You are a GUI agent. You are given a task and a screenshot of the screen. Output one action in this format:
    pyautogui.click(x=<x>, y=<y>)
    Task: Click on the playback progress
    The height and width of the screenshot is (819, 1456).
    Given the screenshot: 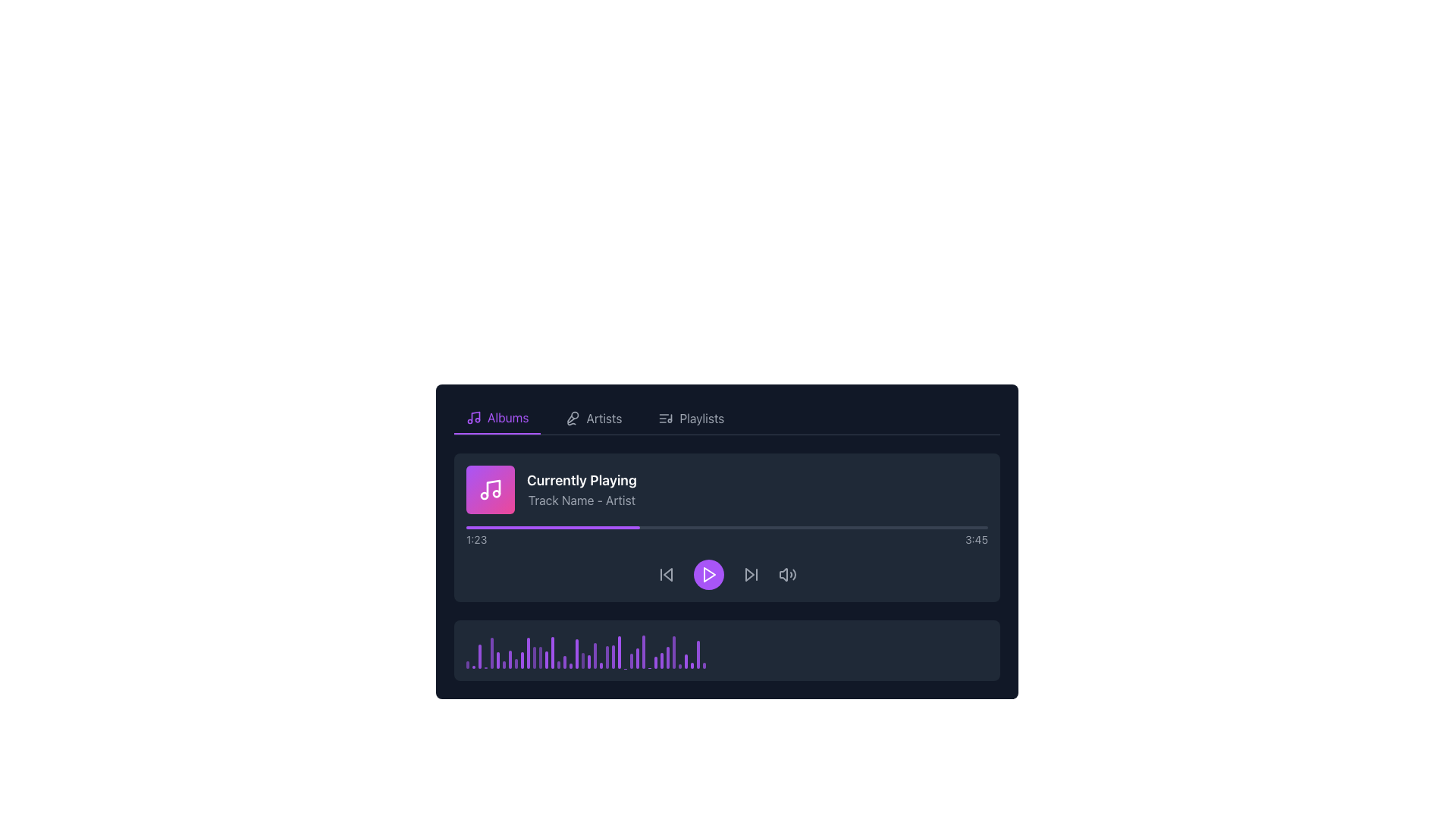 What is the action you would take?
    pyautogui.click(x=529, y=526)
    